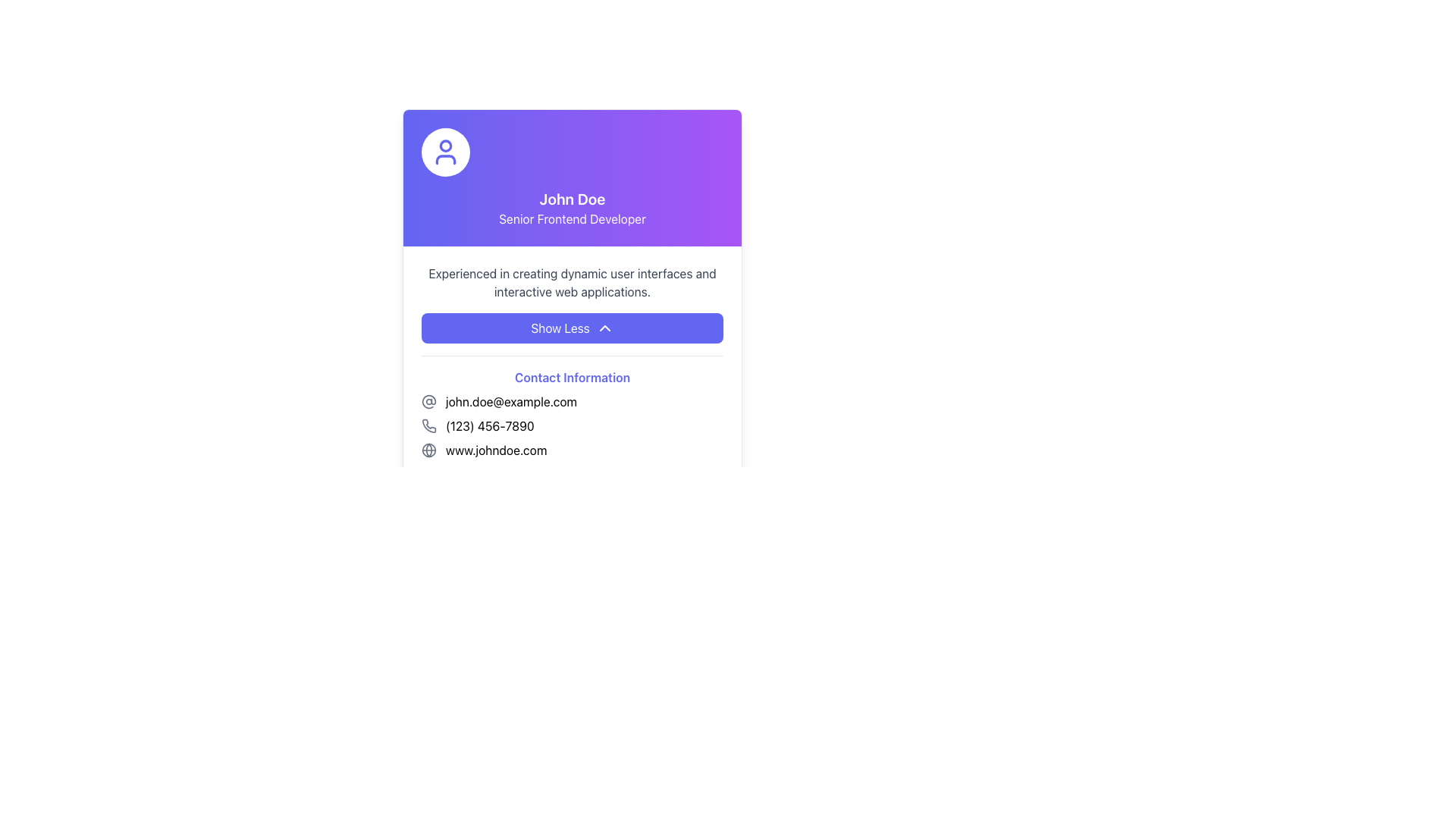  Describe the element at coordinates (571, 327) in the screenshot. I see `the collapse/hide button located below the user interface description` at that location.